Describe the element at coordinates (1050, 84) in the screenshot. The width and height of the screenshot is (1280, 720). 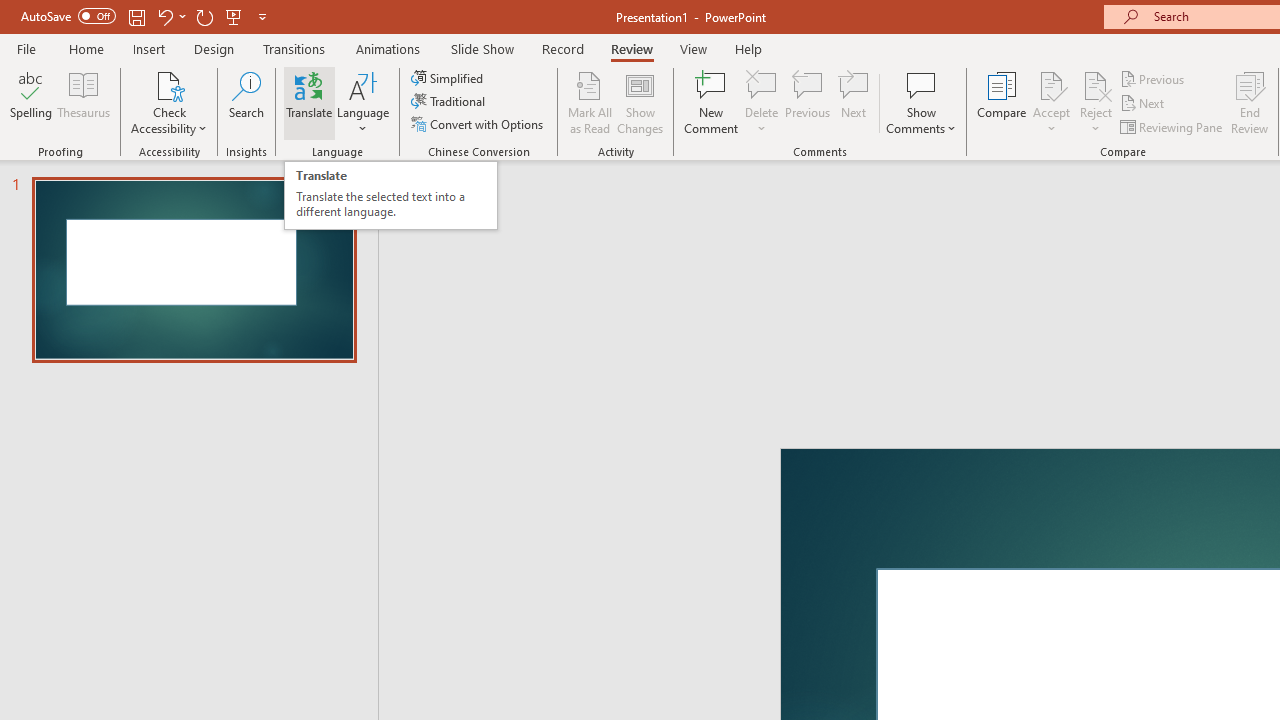
I see `'Accept Change'` at that location.